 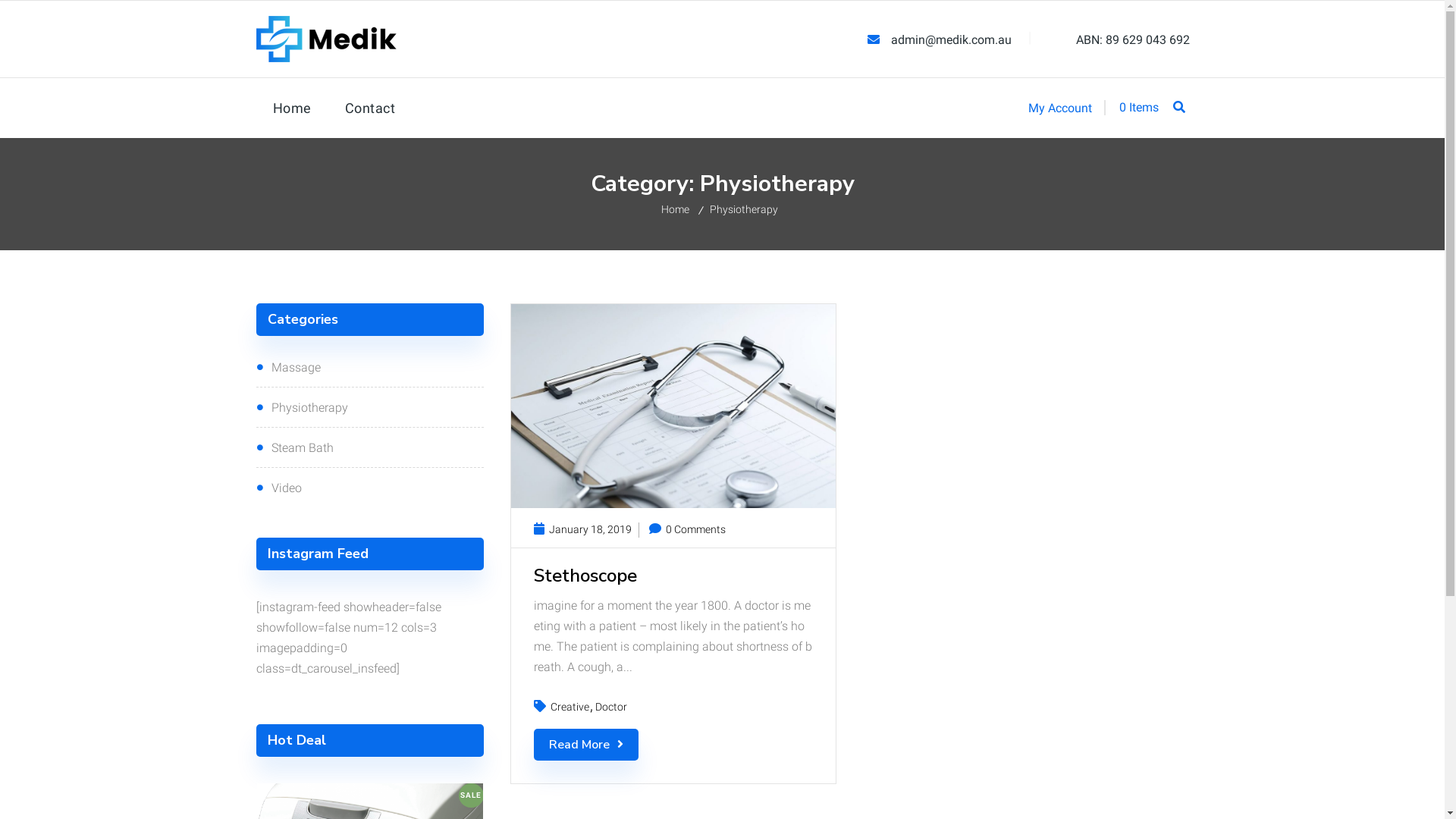 I want to click on 'Physiotherapy', so click(x=745, y=209).